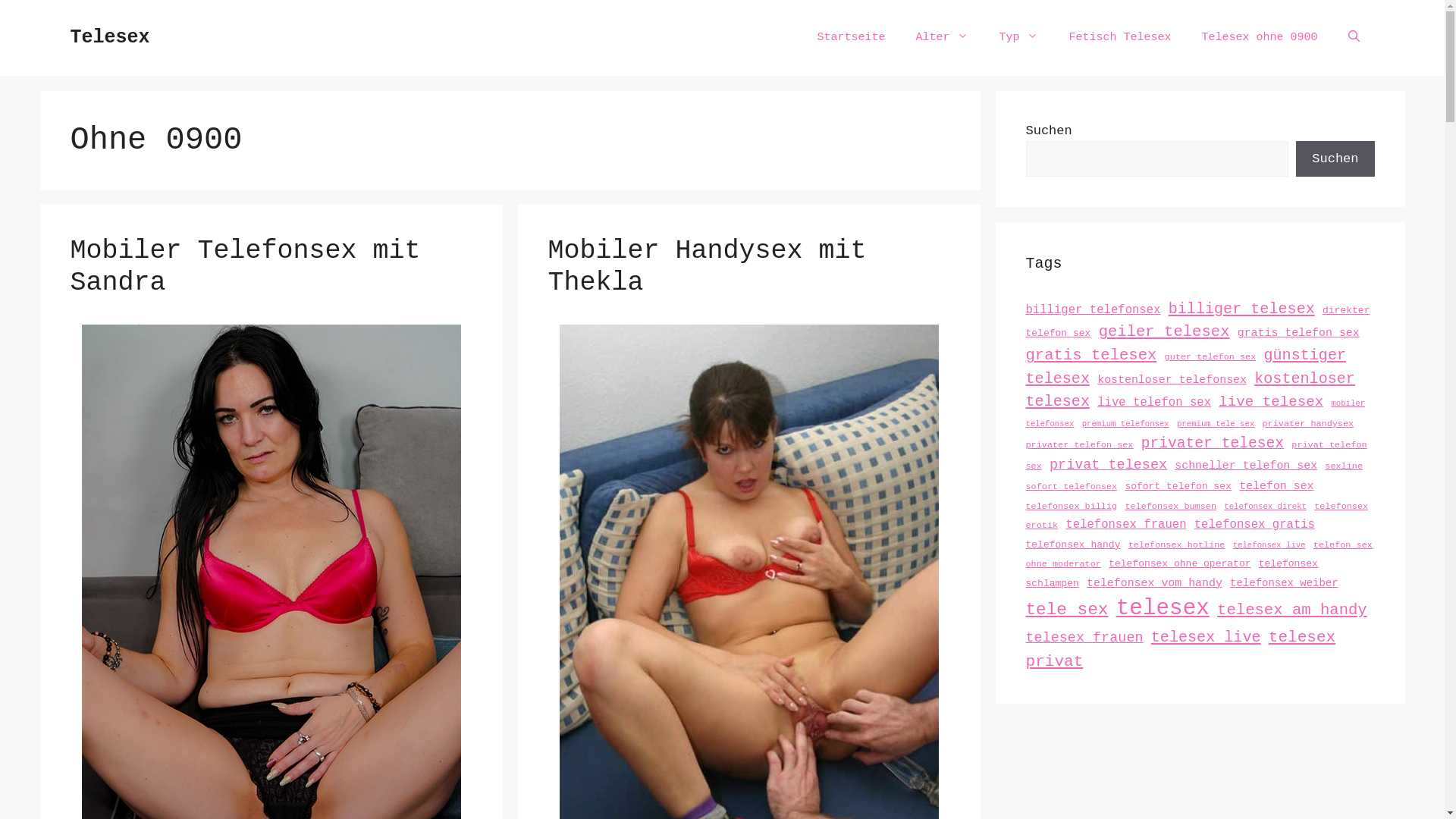 The width and height of the screenshot is (1456, 819). Describe the element at coordinates (1197, 555) in the screenshot. I see `'telefon sex ohne moderator'` at that location.